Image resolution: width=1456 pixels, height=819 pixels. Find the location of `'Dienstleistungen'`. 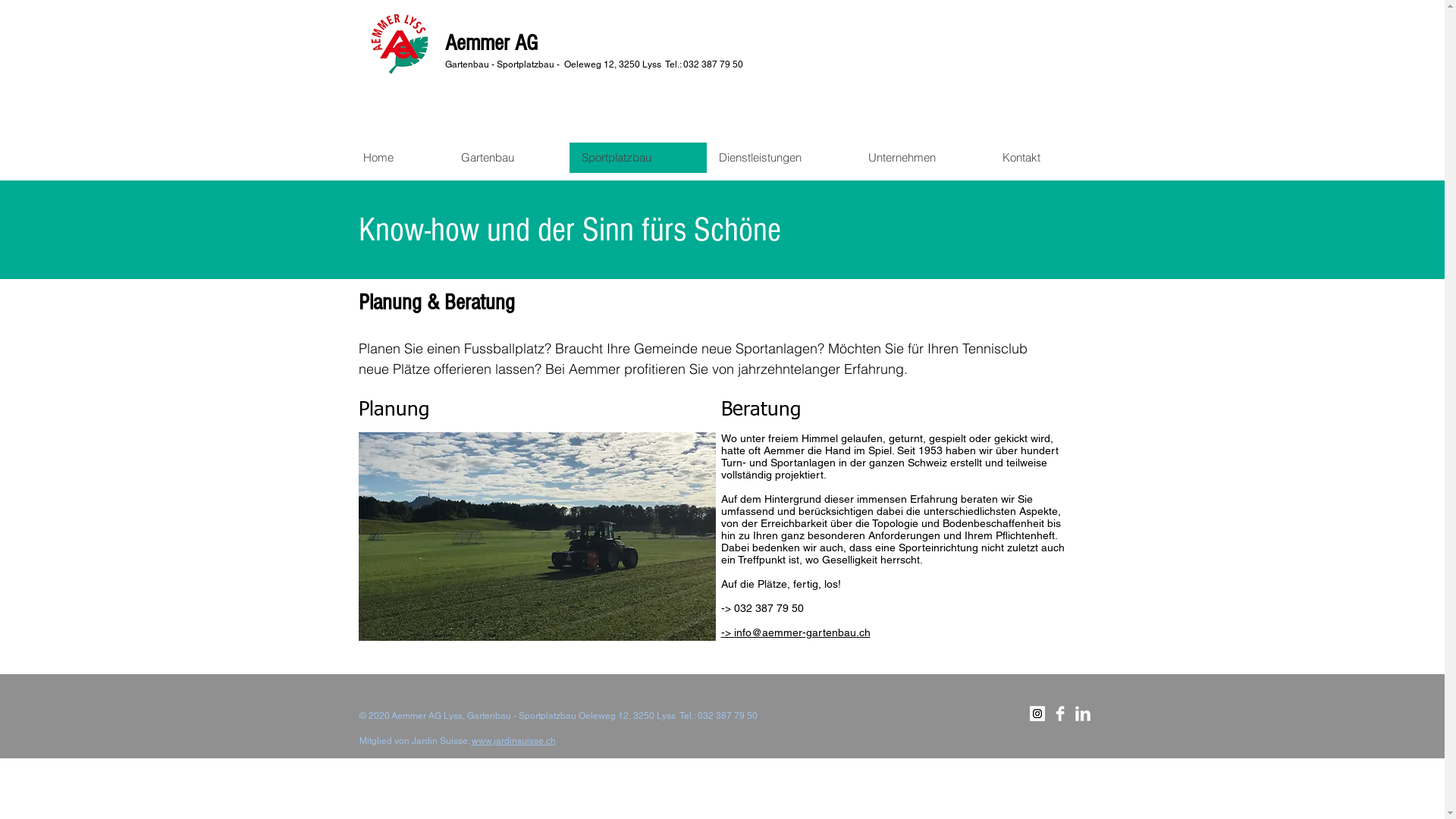

'Dienstleistungen' is located at coordinates (781, 158).